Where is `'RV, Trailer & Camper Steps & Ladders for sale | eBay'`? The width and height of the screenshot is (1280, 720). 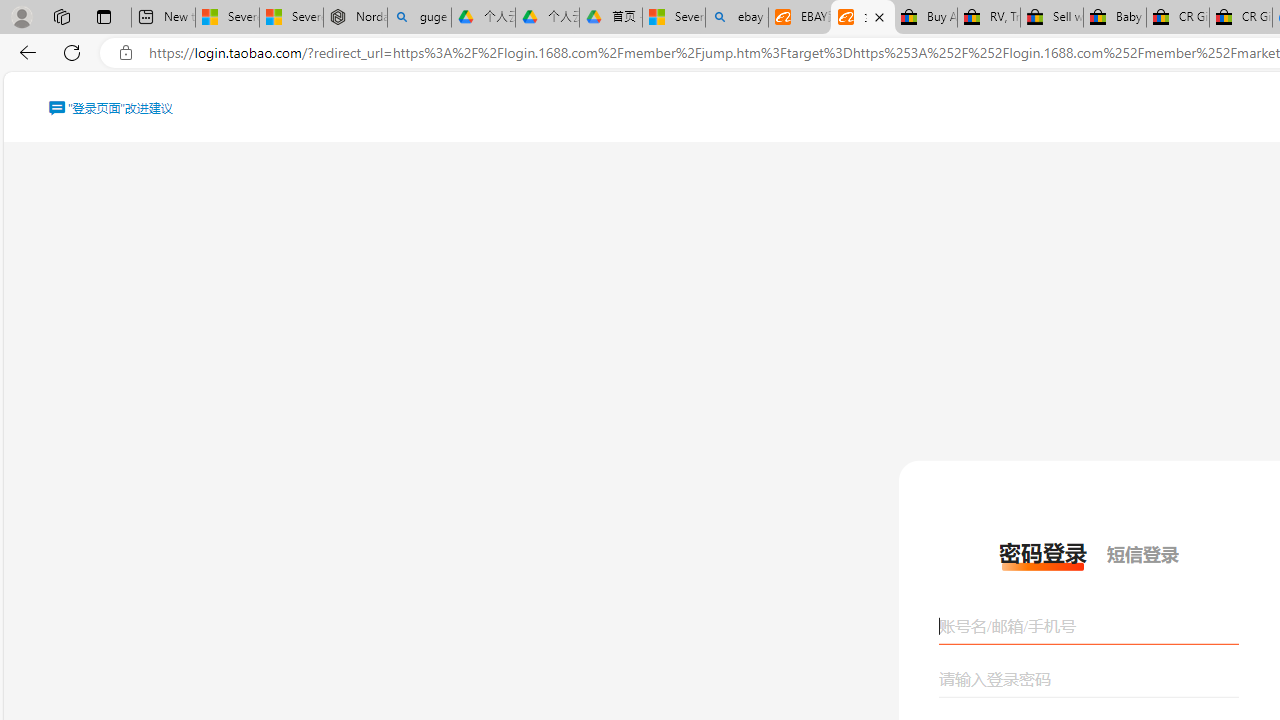 'RV, Trailer & Camper Steps & Ladders for sale | eBay' is located at coordinates (988, 17).